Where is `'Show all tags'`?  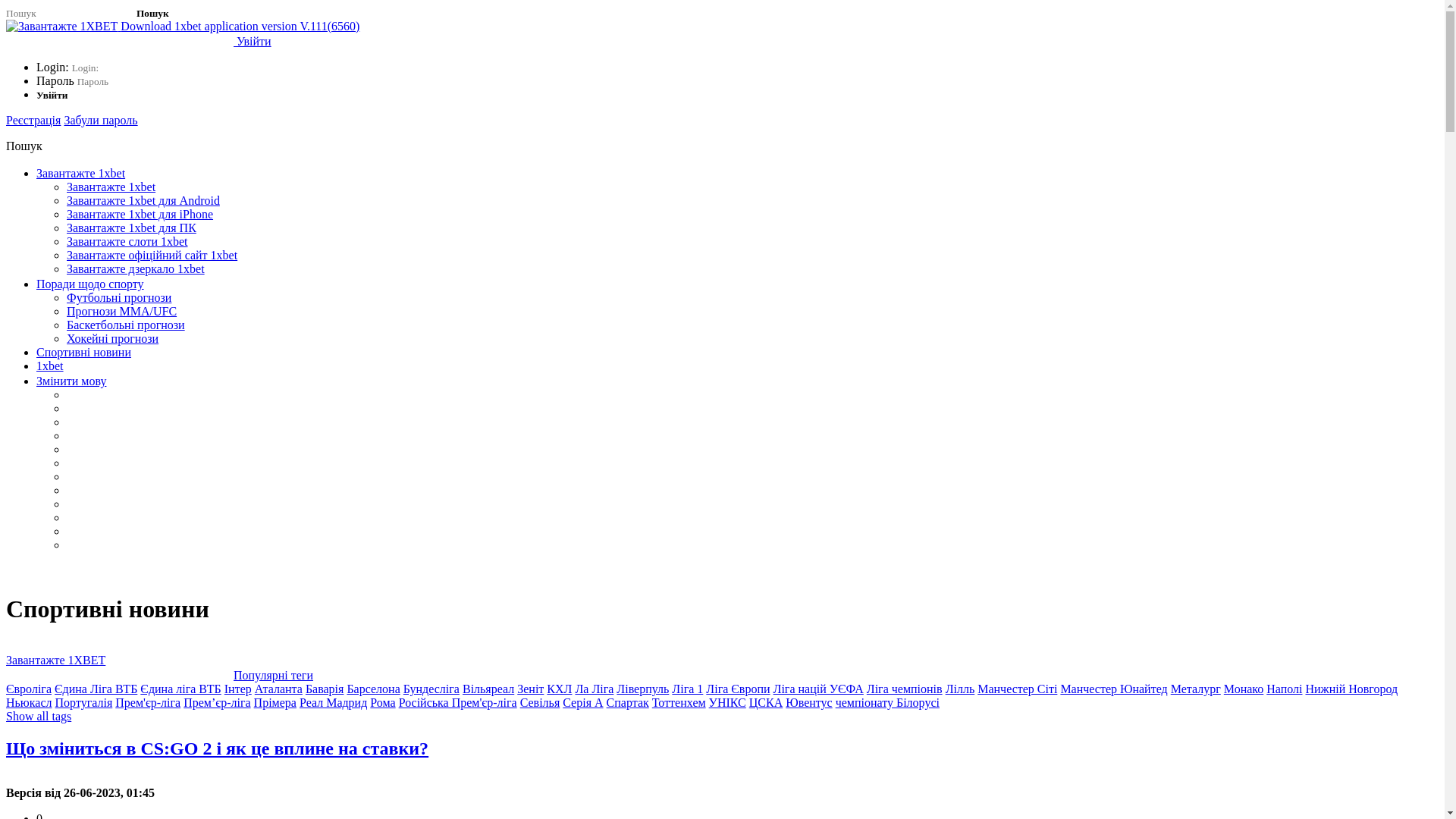 'Show all tags' is located at coordinates (6, 716).